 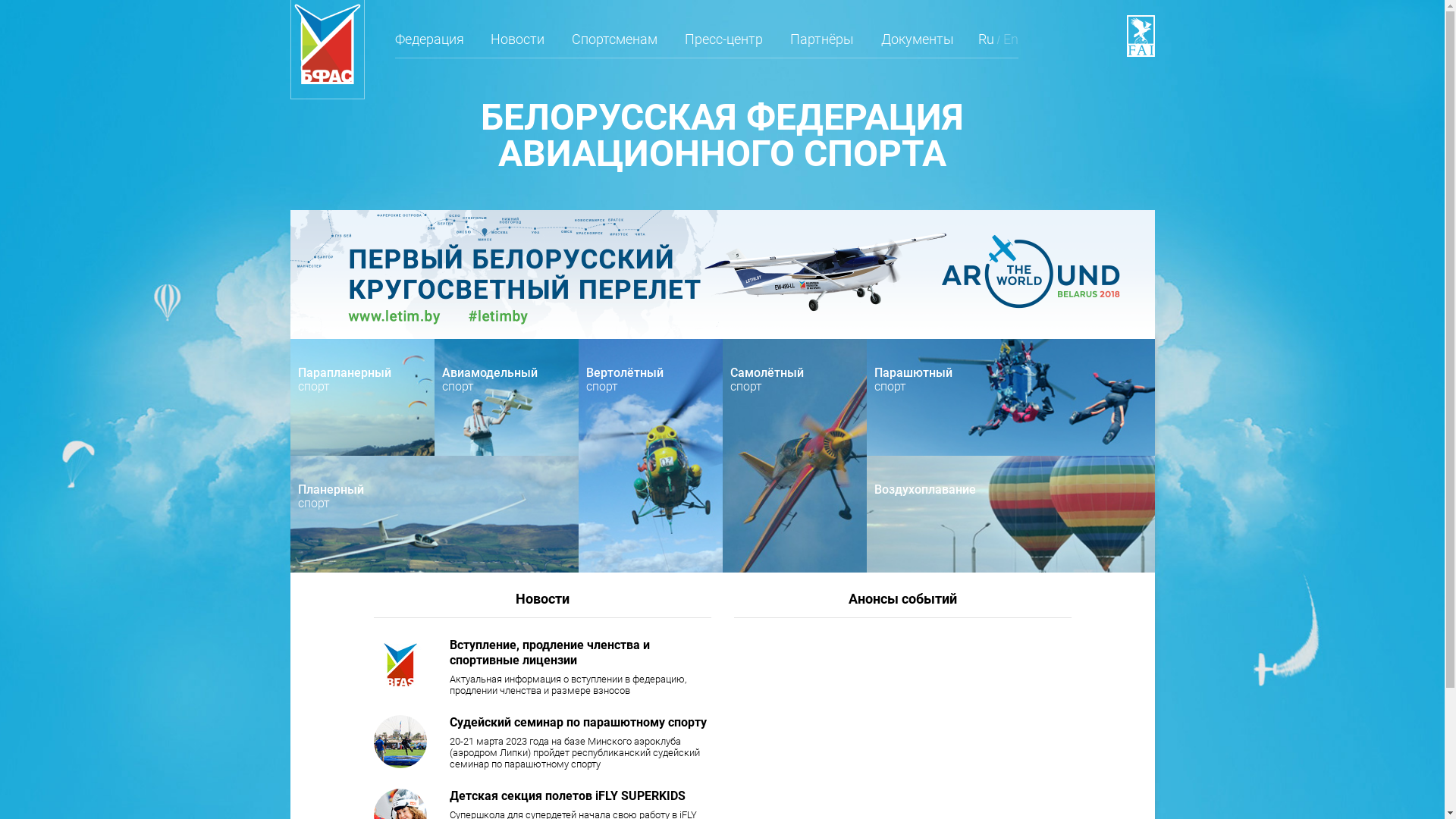 What do you see at coordinates (986, 44) in the screenshot?
I see `'Ru'` at bounding box center [986, 44].